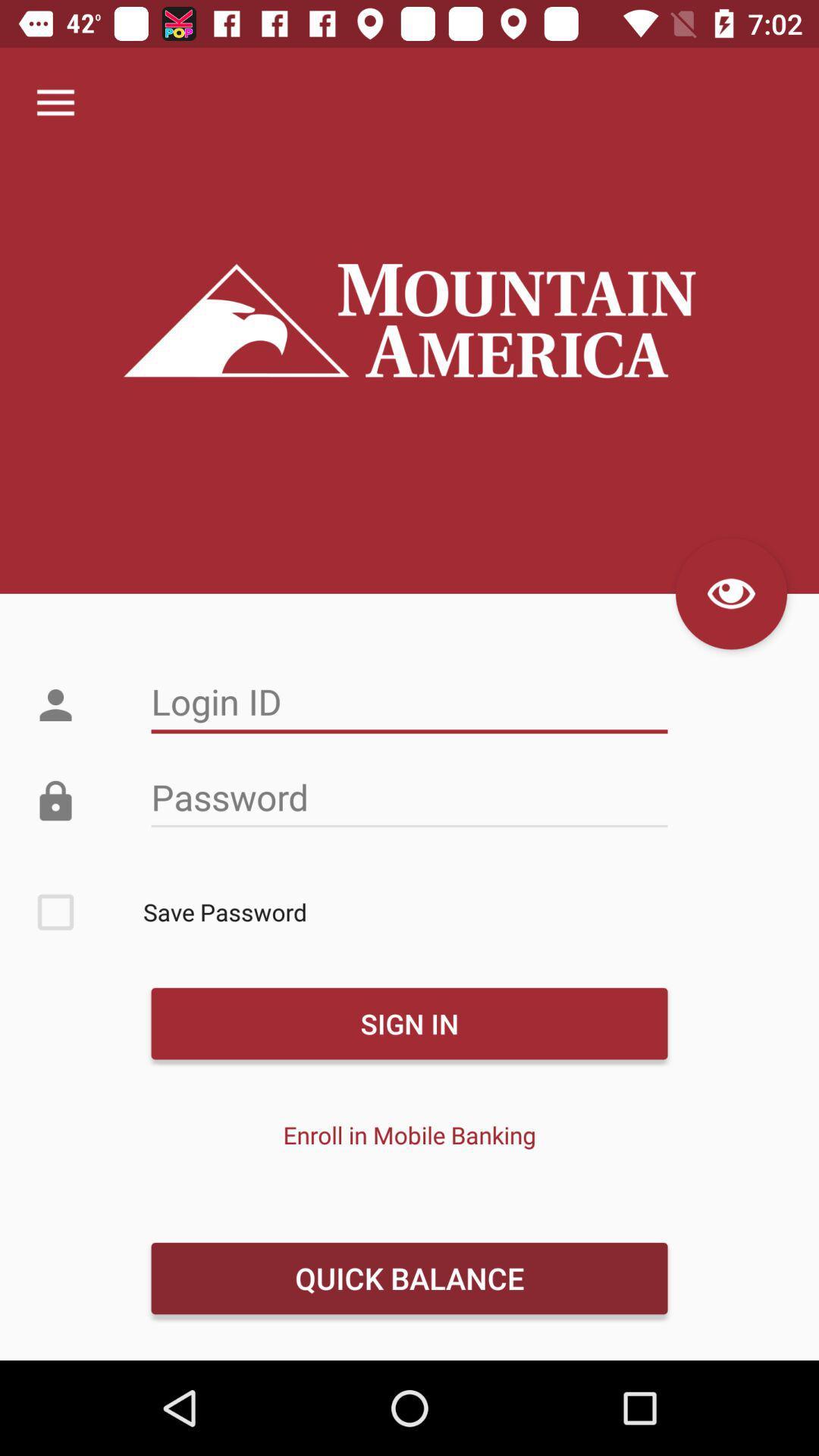 The width and height of the screenshot is (819, 1456). Describe the element at coordinates (409, 1277) in the screenshot. I see `the item below the enroll in mobile` at that location.